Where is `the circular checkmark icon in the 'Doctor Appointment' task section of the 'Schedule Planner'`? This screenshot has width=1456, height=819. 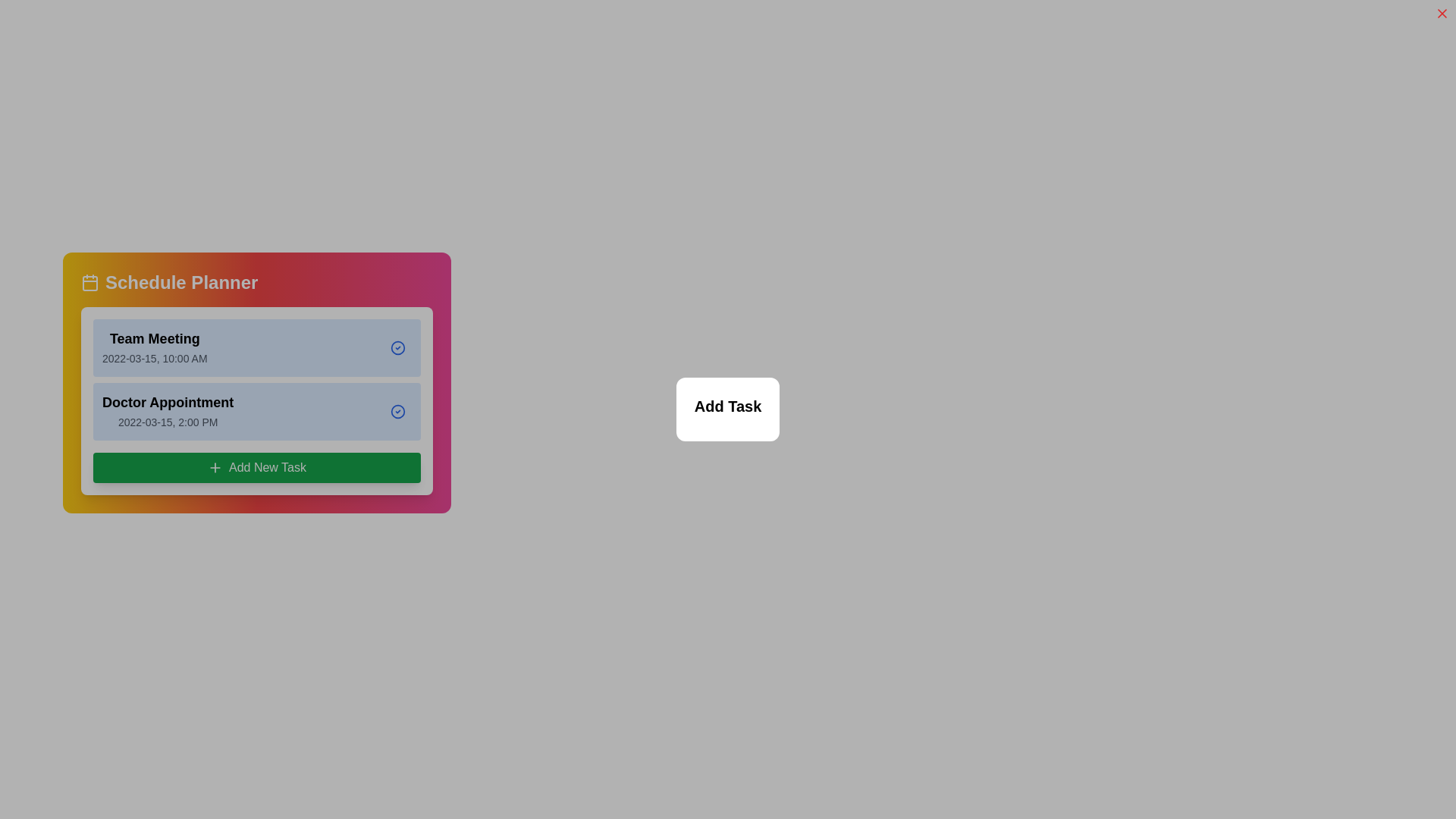 the circular checkmark icon in the 'Doctor Appointment' task section of the 'Schedule Planner' is located at coordinates (397, 412).